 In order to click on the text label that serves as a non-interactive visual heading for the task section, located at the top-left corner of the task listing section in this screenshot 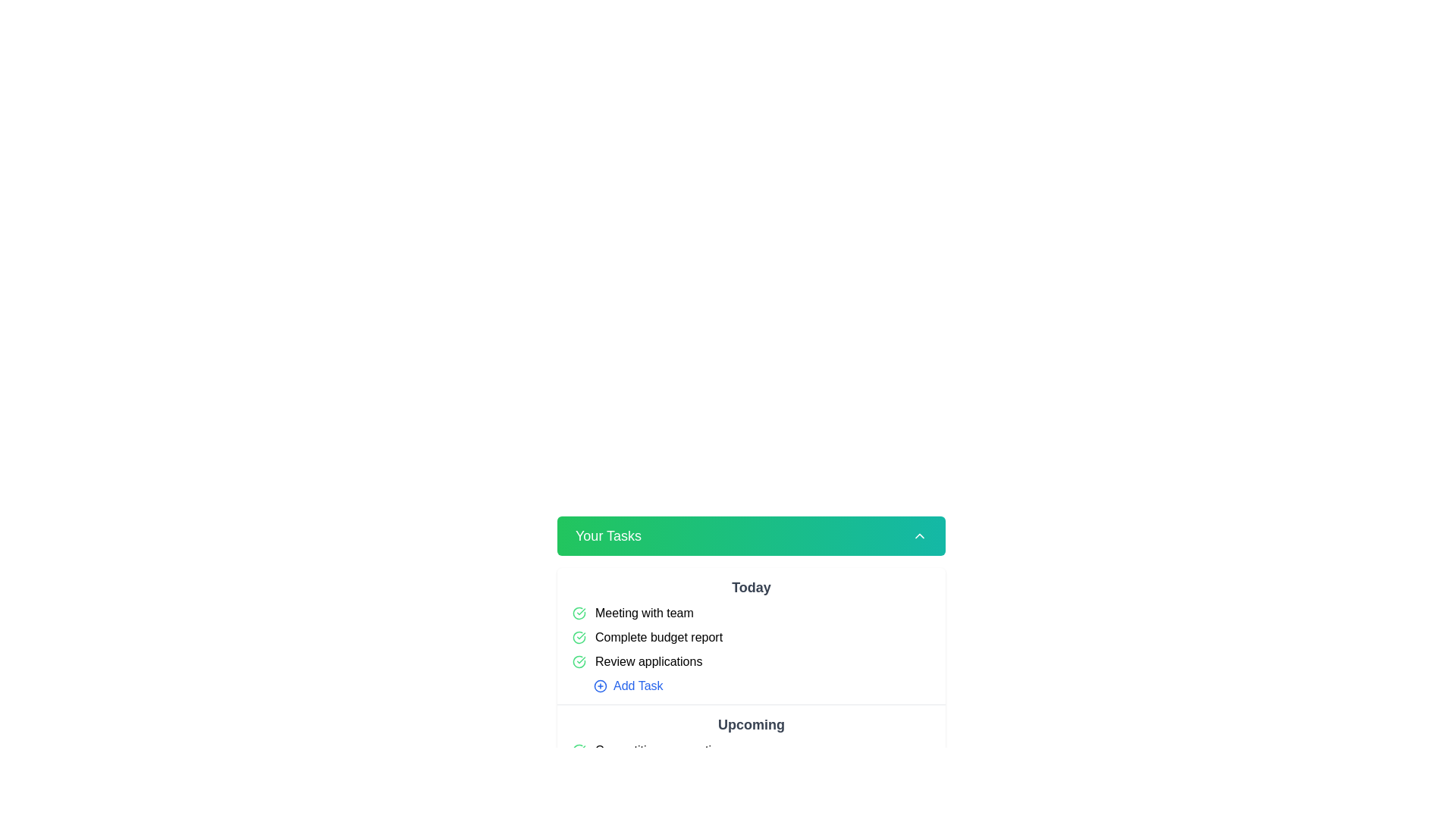, I will do `click(751, 587)`.